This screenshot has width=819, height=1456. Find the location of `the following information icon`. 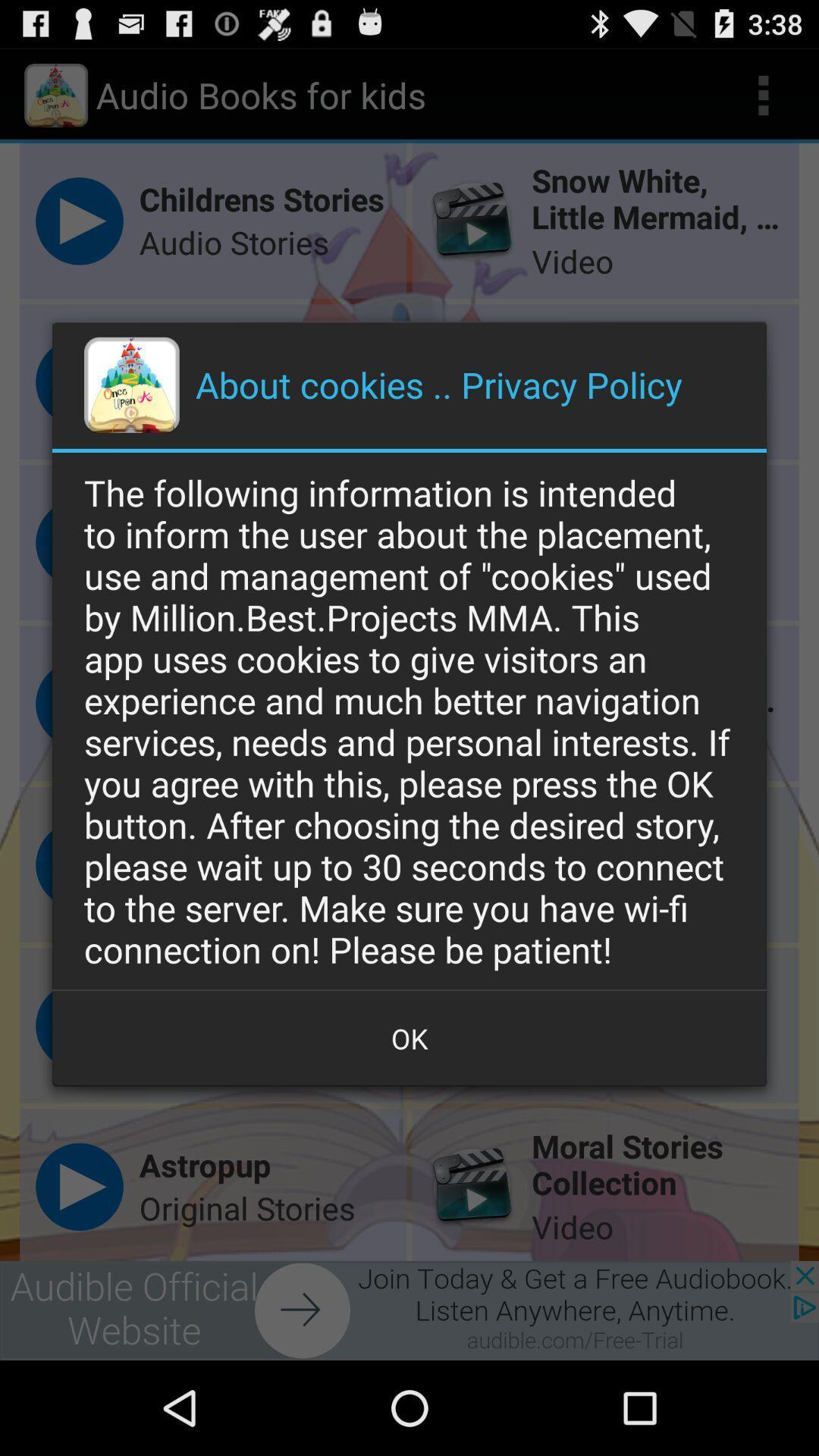

the following information icon is located at coordinates (409, 720).